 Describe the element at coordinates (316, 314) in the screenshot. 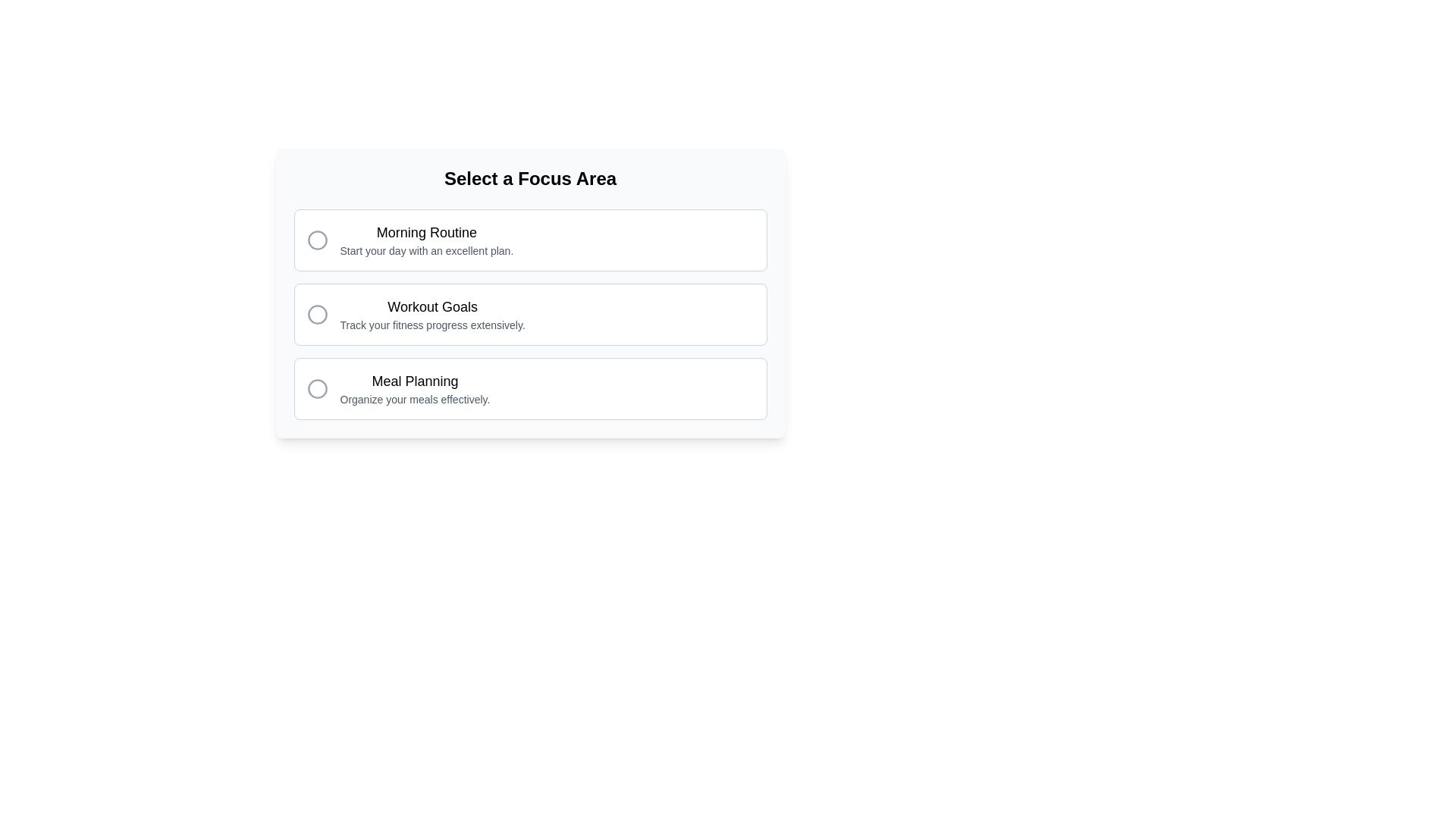

I see `the inner circle of the radio button for the 'Workout Goals' option` at that location.